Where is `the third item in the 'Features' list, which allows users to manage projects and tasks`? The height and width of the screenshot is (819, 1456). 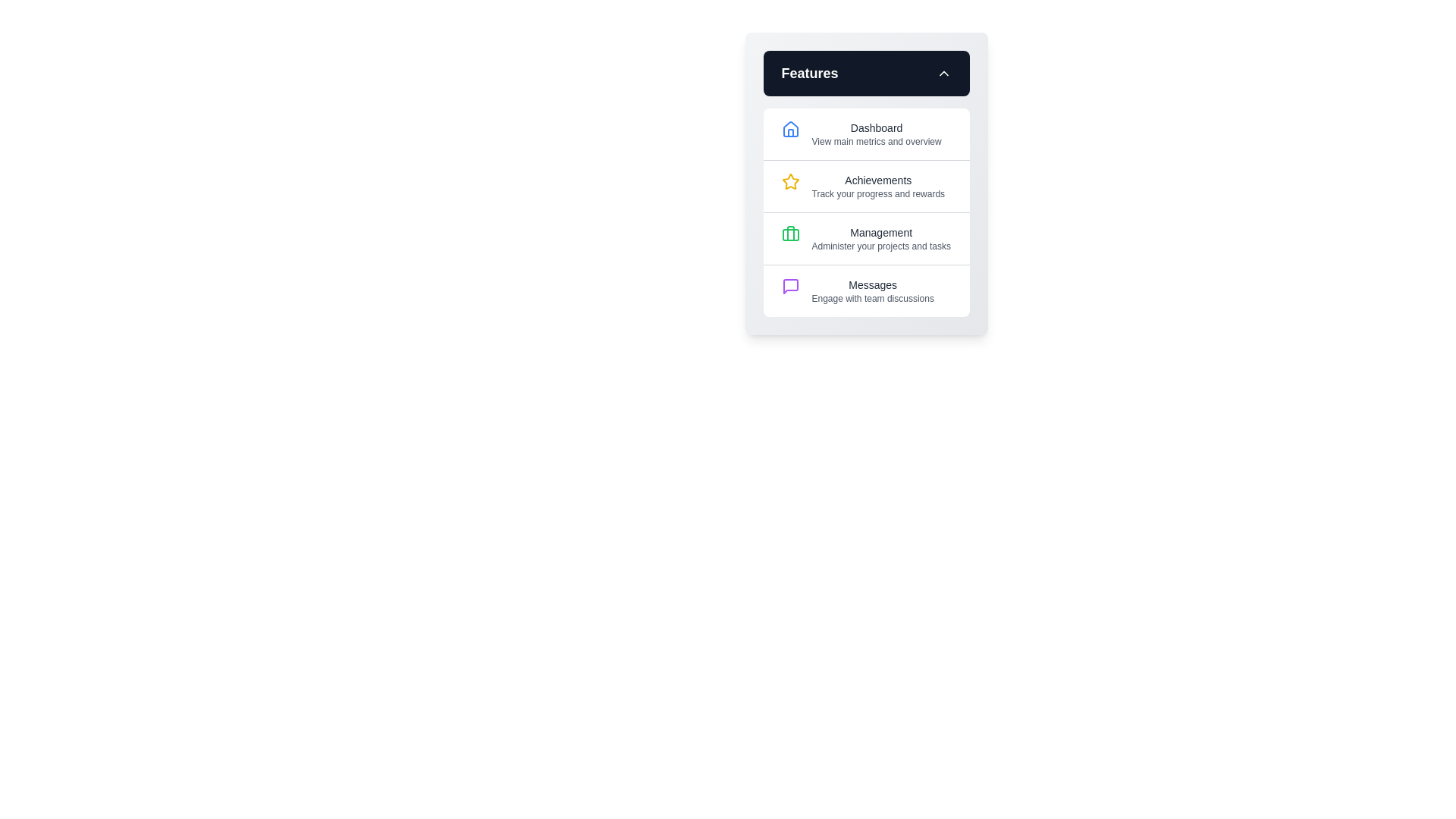
the third item in the 'Features' list, which allows users to manage projects and tasks is located at coordinates (866, 238).